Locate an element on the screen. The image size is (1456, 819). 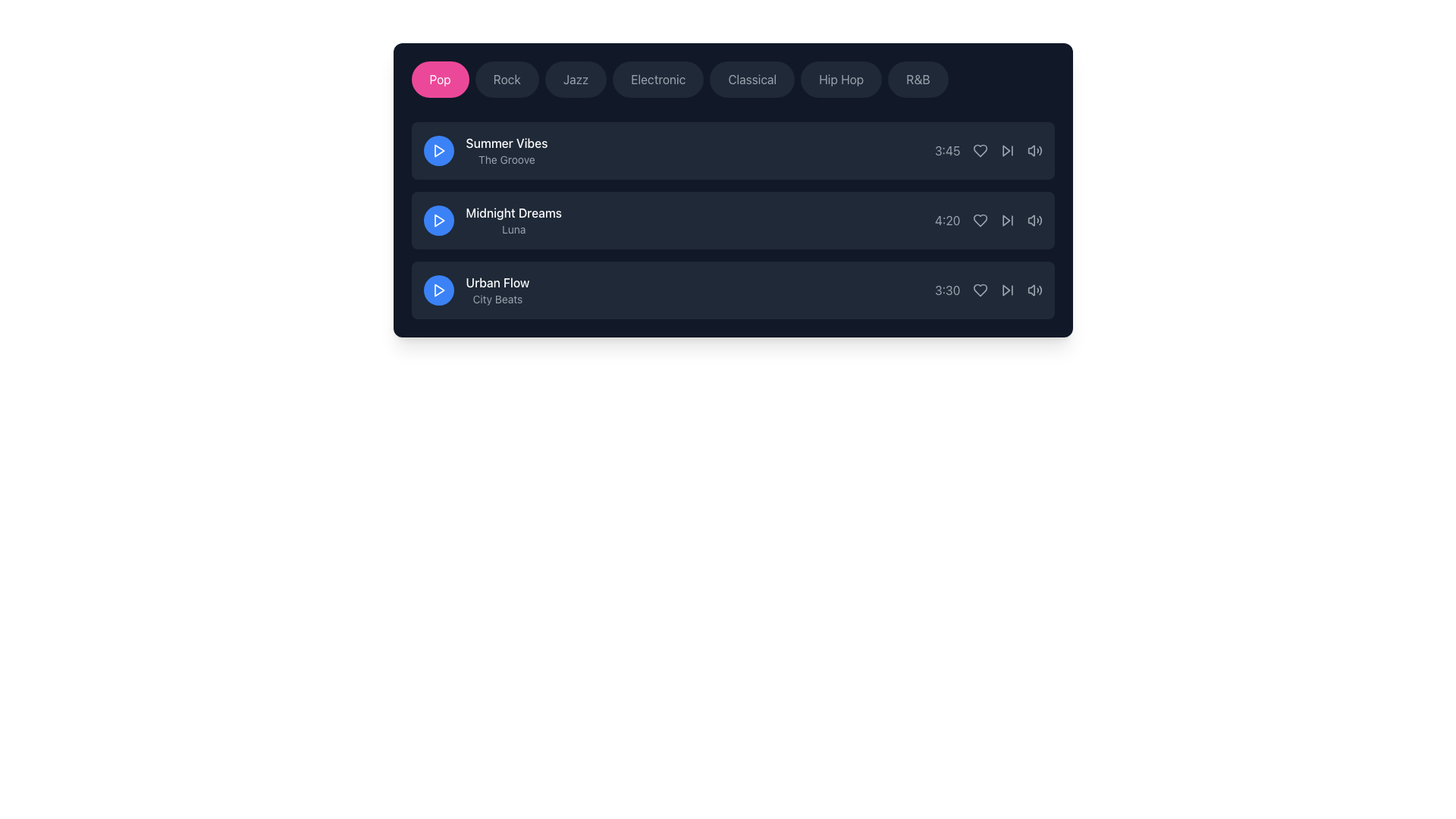
the play icon for the 'Midnight Dreams' track to initiate playback of the associated media is located at coordinates (438, 220).